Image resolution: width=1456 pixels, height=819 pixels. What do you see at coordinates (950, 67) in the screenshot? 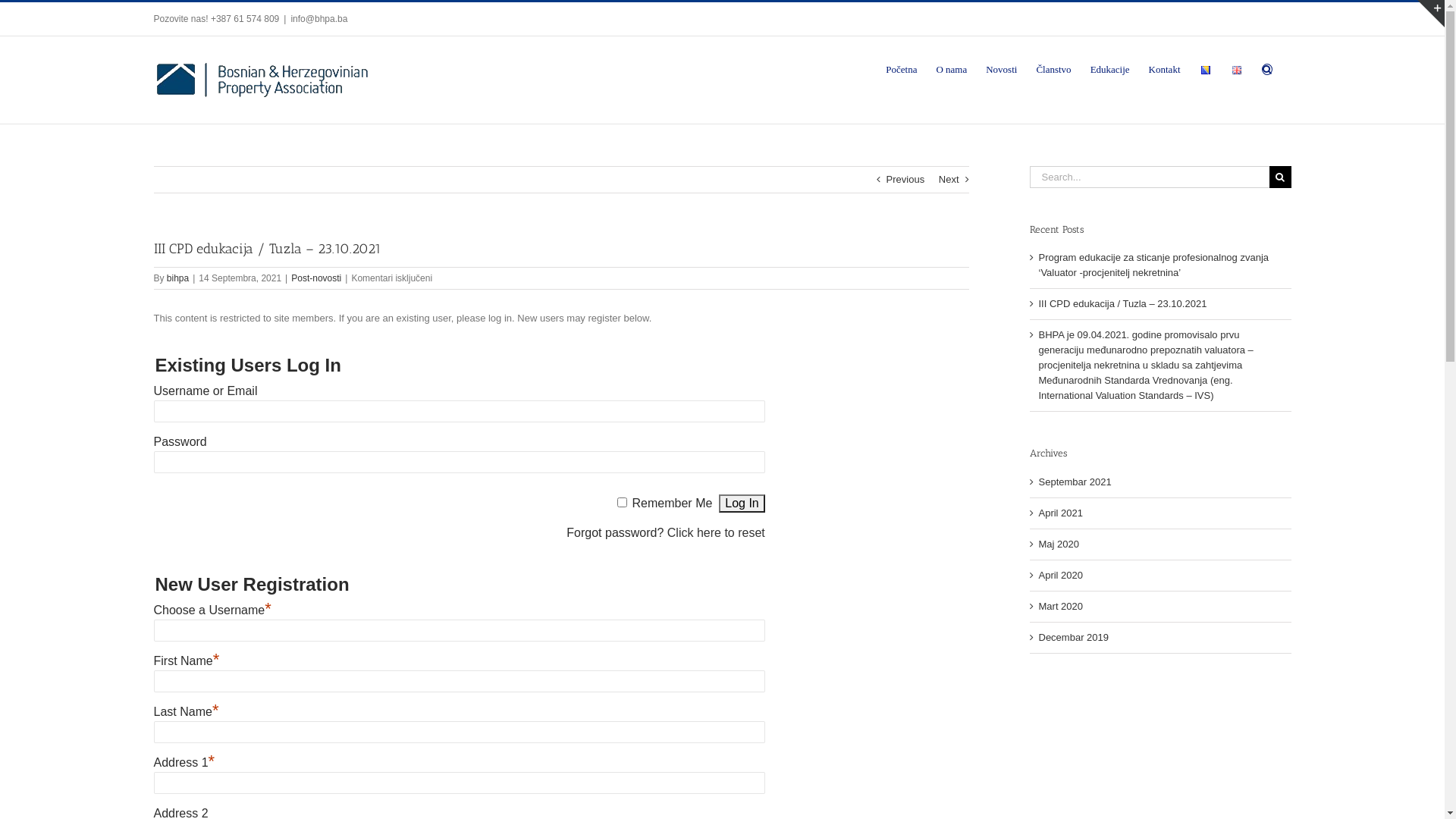
I see `'O nama'` at bounding box center [950, 67].